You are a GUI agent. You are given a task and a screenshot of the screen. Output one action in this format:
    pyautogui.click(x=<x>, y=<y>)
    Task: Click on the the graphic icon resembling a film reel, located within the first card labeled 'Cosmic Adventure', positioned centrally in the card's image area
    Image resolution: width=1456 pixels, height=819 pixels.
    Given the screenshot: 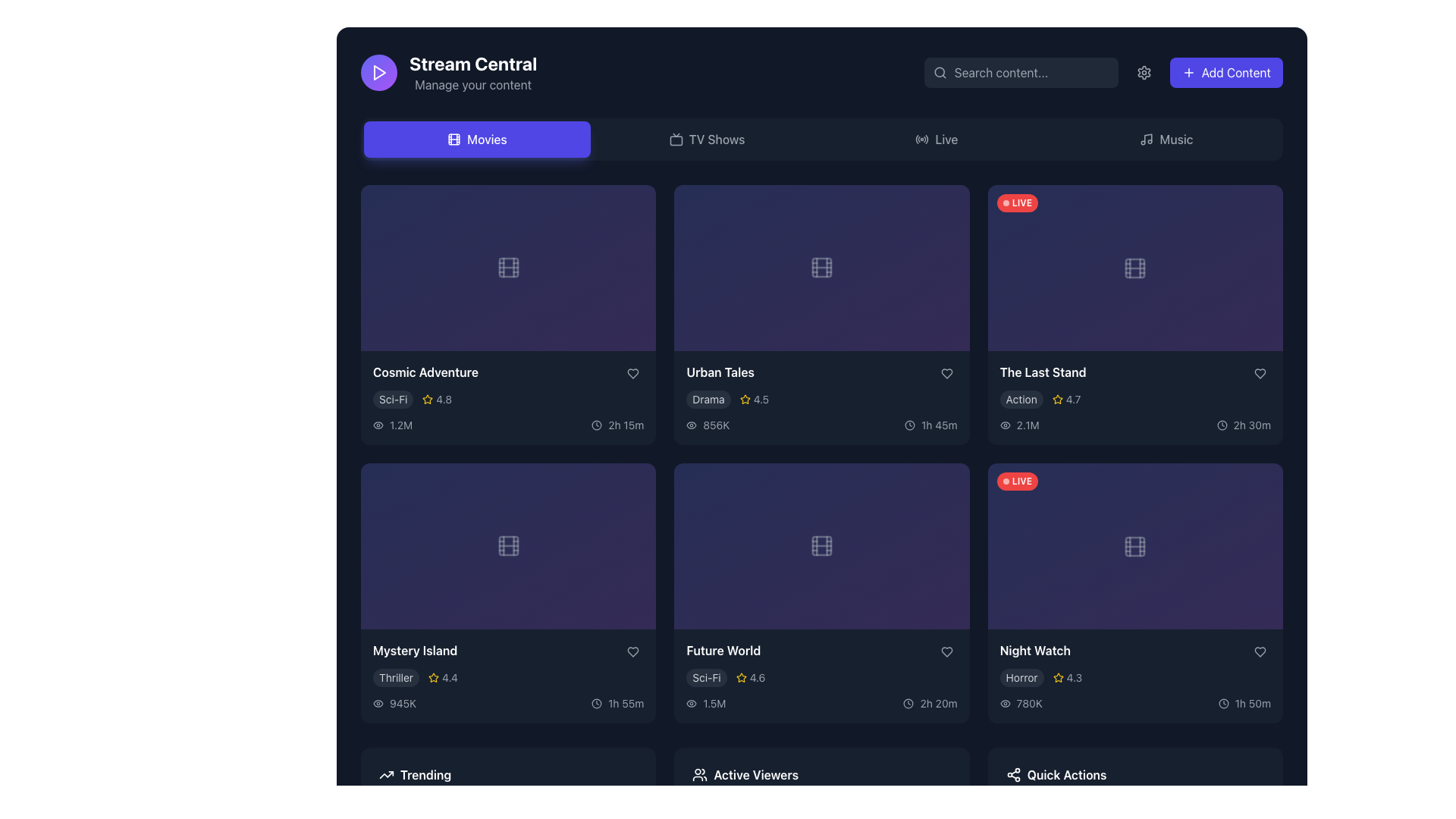 What is the action you would take?
    pyautogui.click(x=508, y=267)
    